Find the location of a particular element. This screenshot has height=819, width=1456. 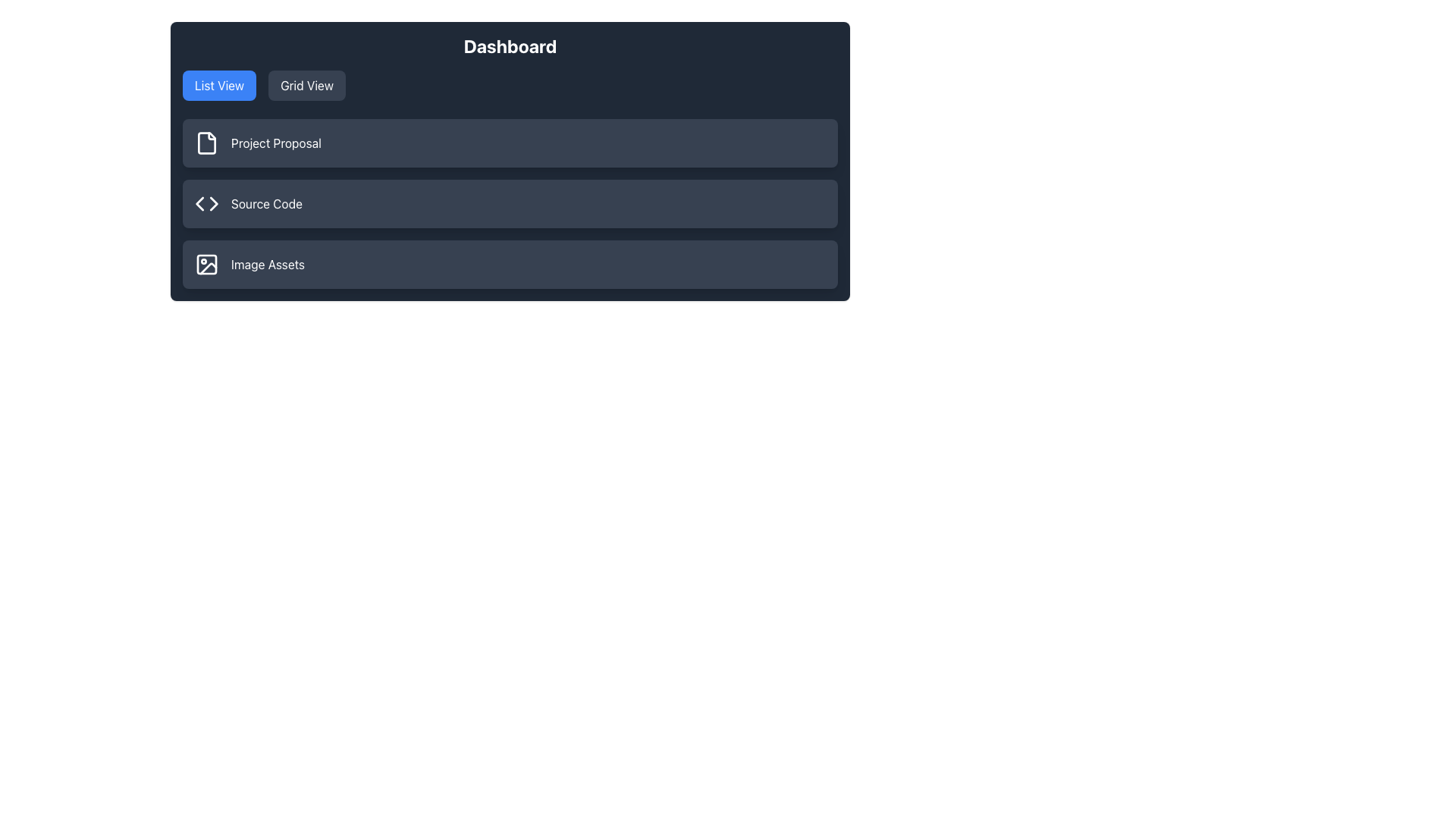

the second text label indicating a section related to source code, which is positioned to the right of the coding symbol icon is located at coordinates (266, 203).